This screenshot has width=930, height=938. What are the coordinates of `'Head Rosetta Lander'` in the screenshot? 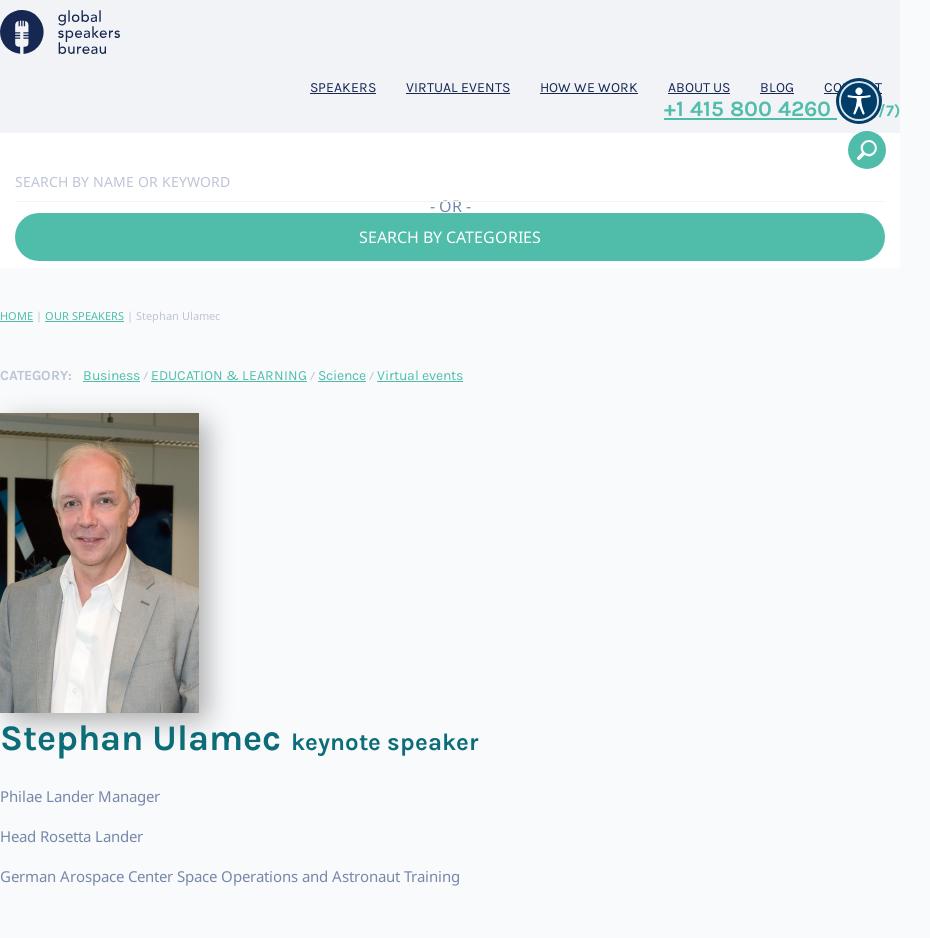 It's located at (70, 835).